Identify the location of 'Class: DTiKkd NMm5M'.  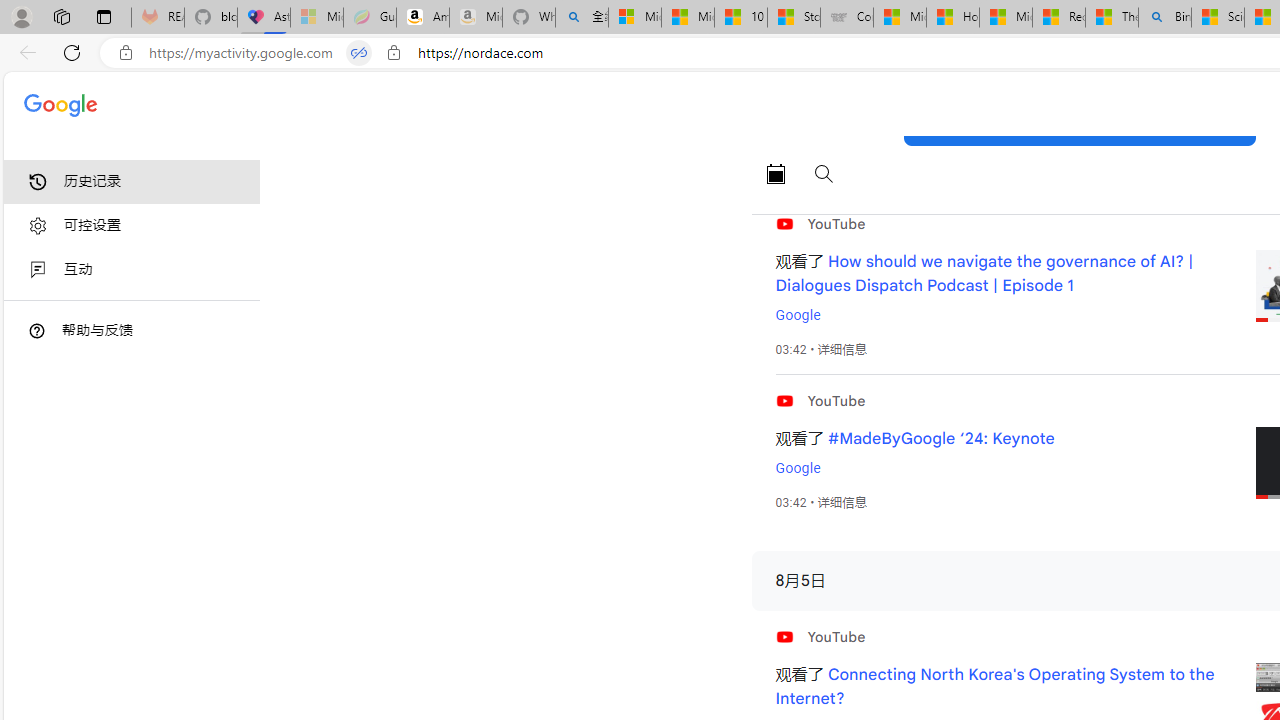
(37, 329).